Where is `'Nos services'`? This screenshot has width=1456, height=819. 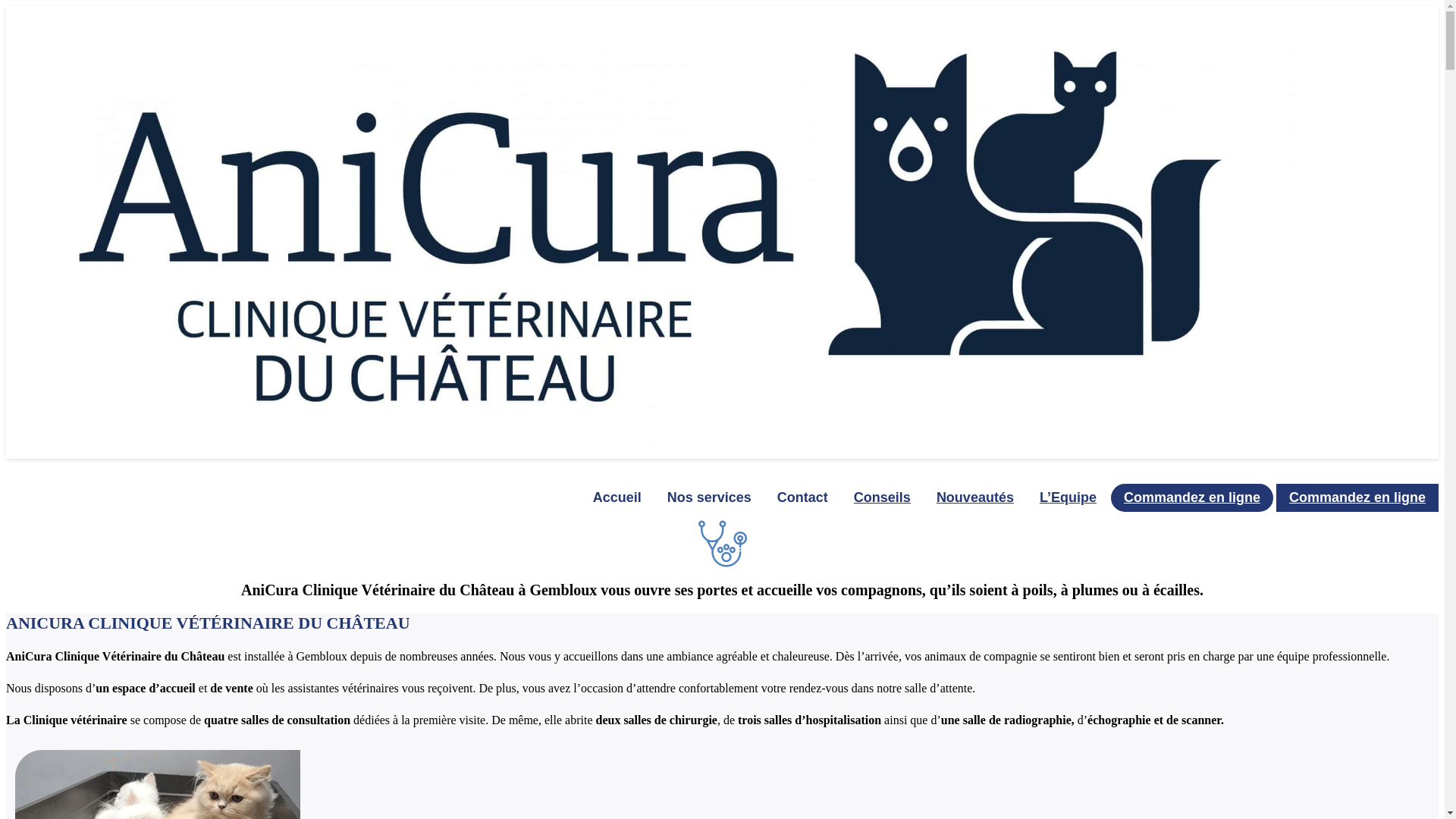
'Nos services' is located at coordinates (708, 497).